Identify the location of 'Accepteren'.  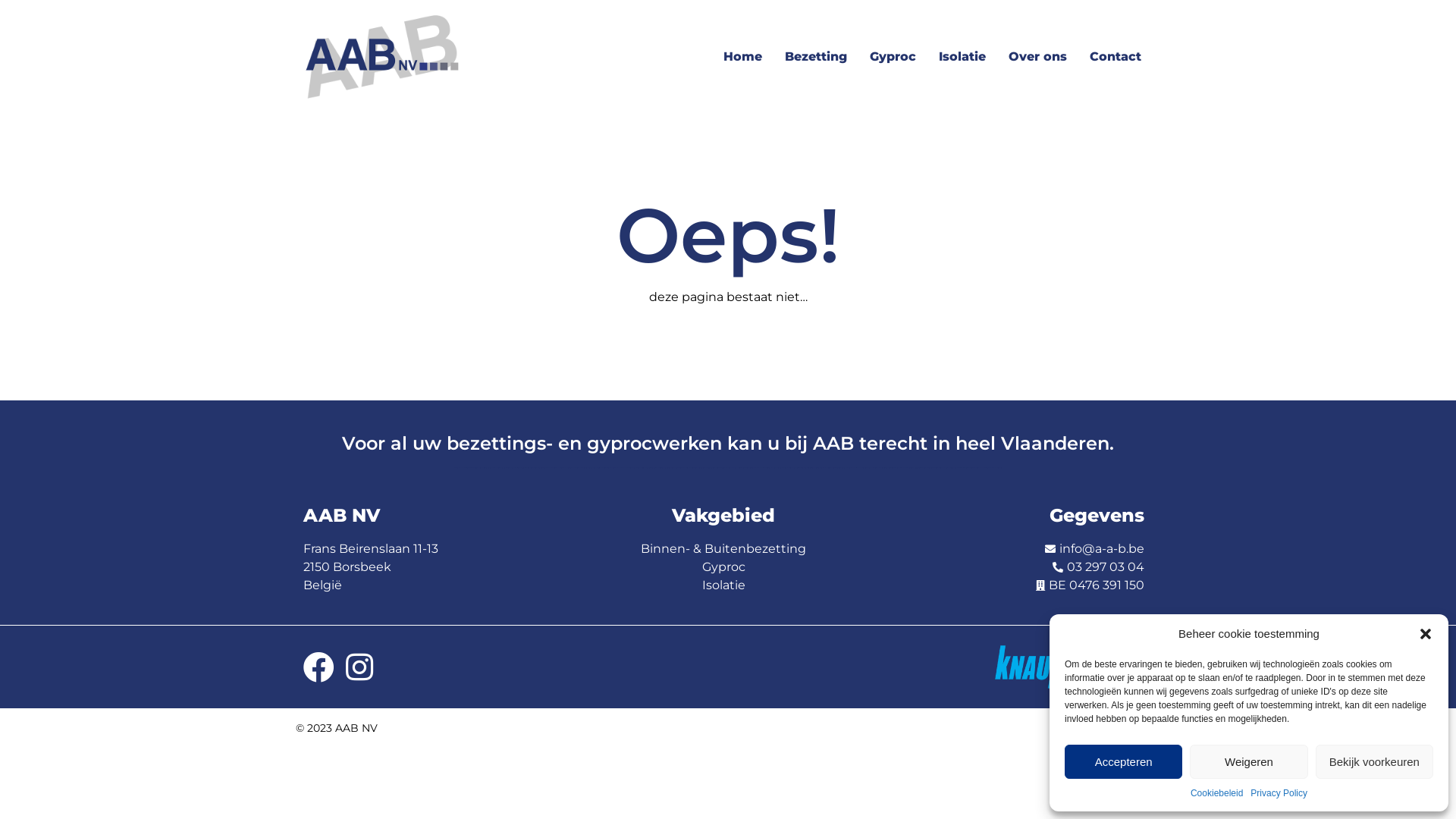
(1123, 761).